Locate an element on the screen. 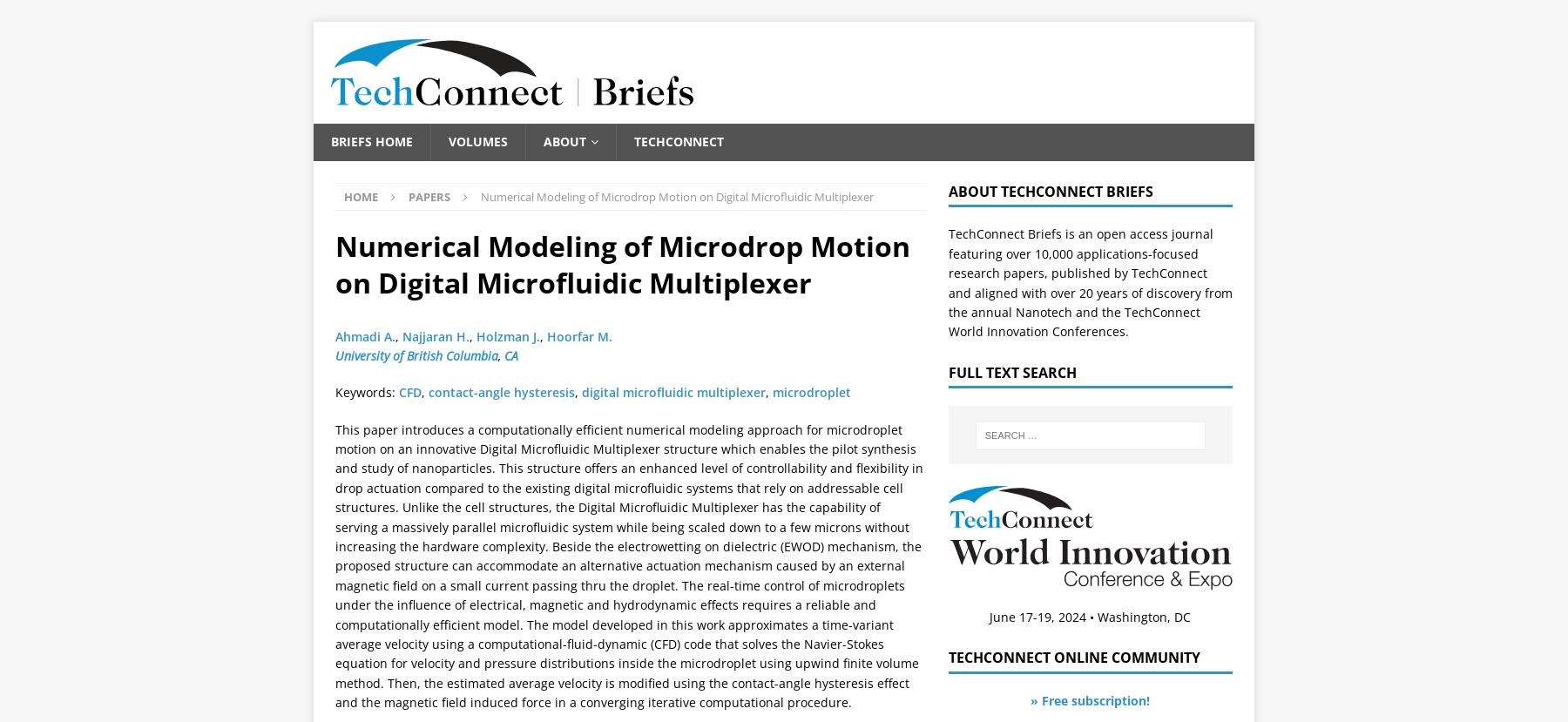 The width and height of the screenshot is (1568, 722). 'Keywords:' is located at coordinates (367, 391).